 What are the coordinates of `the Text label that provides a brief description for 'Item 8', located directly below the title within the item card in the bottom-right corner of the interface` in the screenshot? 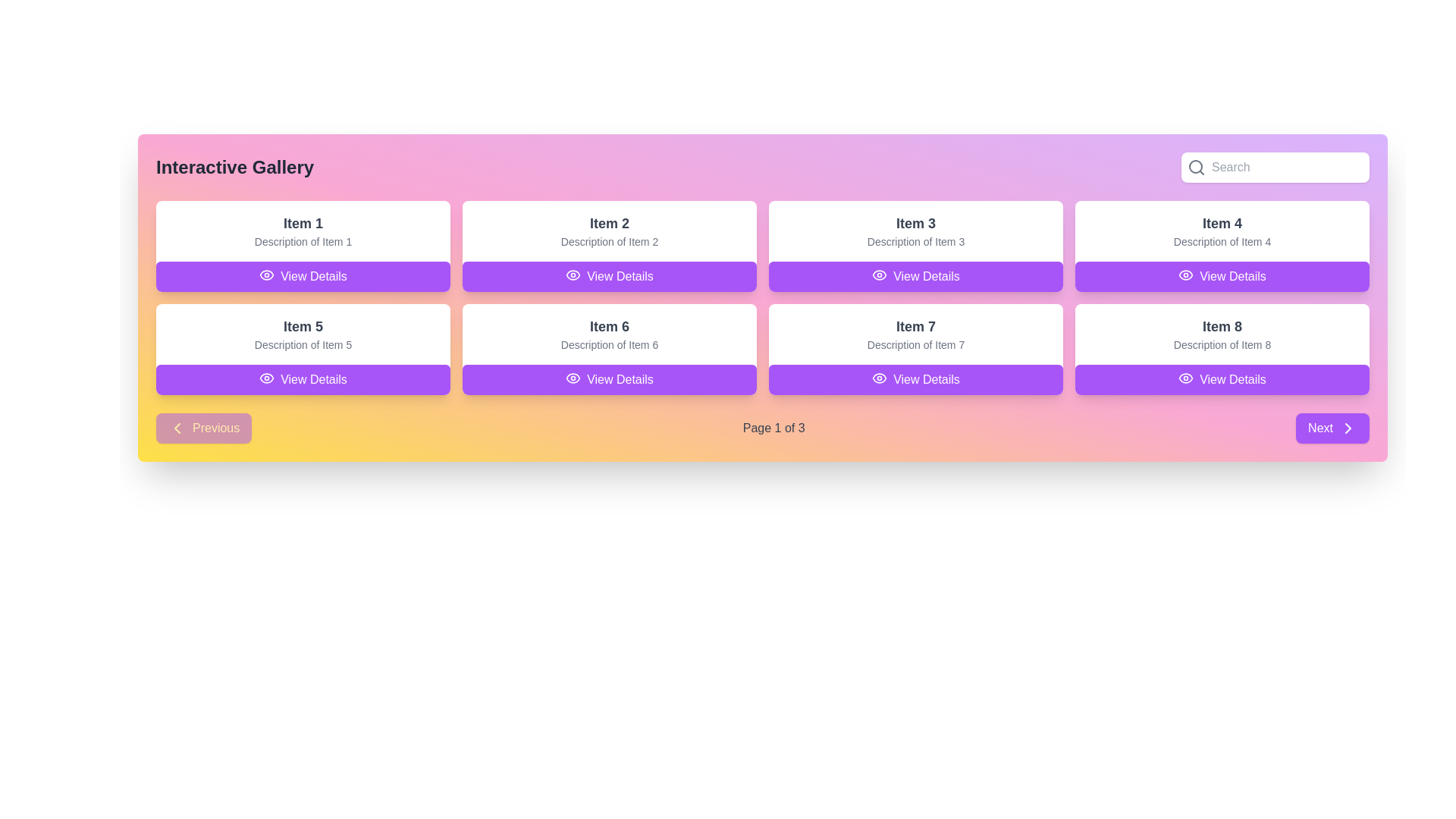 It's located at (1222, 345).